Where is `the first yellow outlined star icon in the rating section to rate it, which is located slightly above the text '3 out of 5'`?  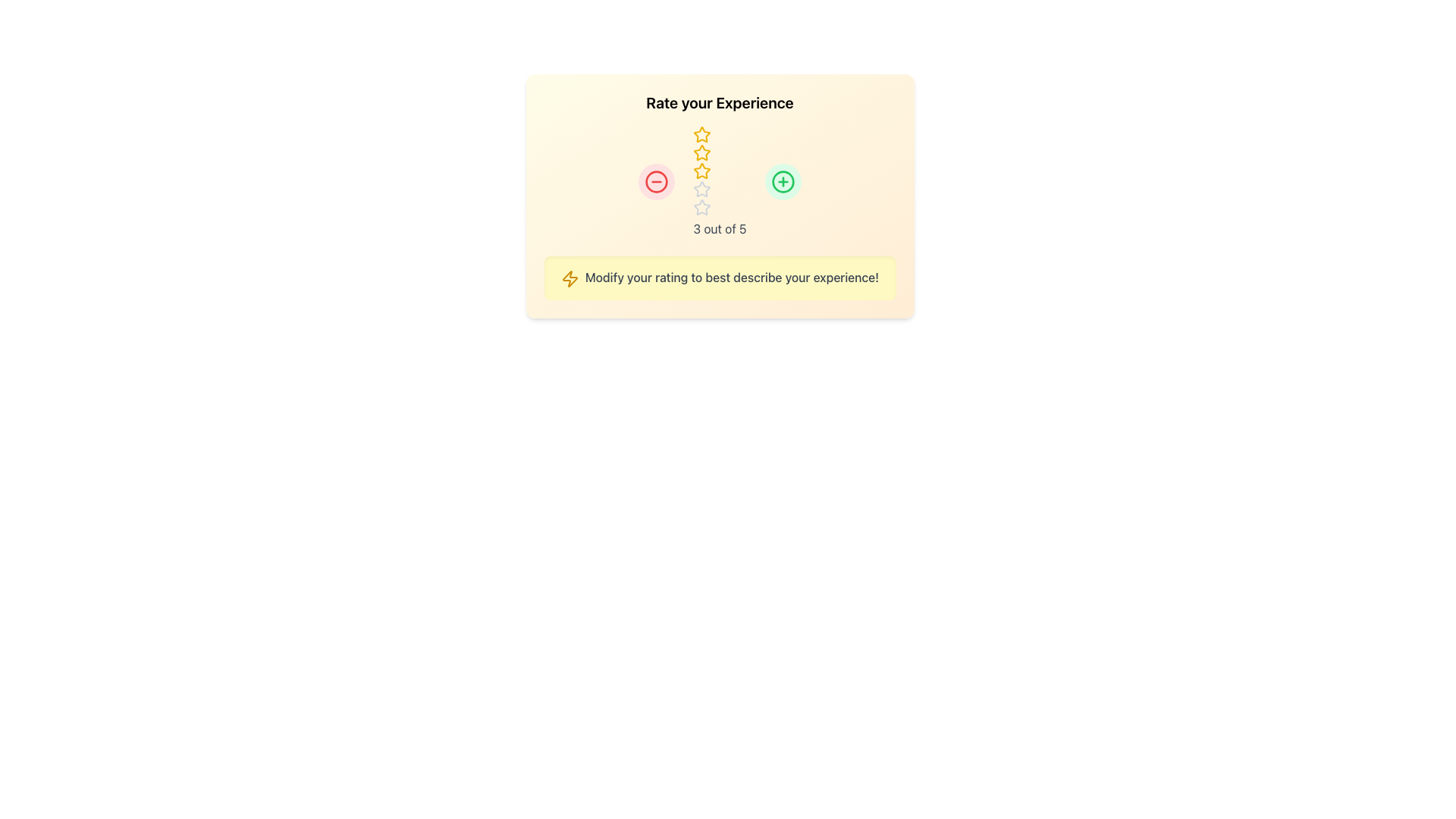
the first yellow outlined star icon in the rating section to rate it, which is located slightly above the text '3 out of 5' is located at coordinates (701, 133).